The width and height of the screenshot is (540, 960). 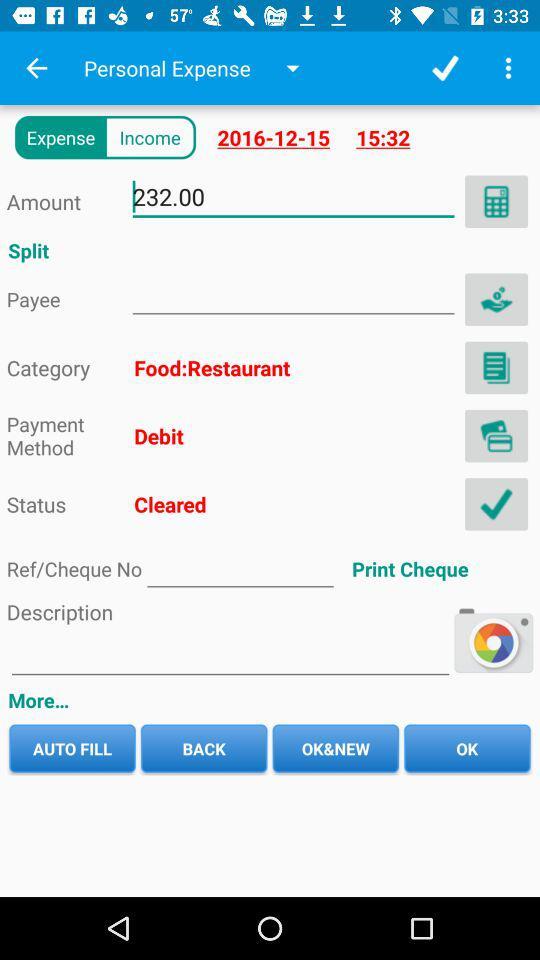 What do you see at coordinates (495, 201) in the screenshot?
I see `calculator` at bounding box center [495, 201].